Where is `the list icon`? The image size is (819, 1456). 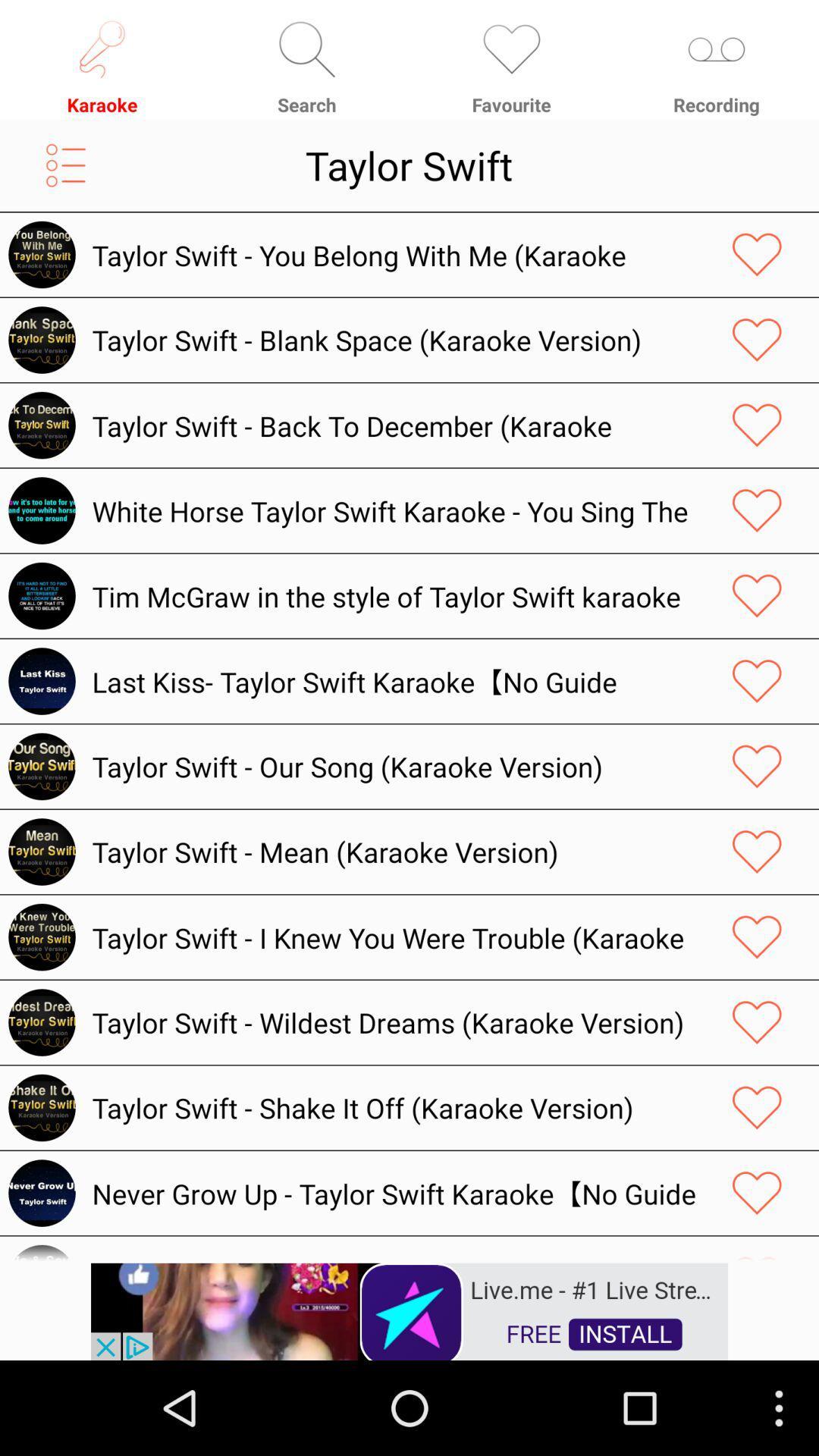
the list icon is located at coordinates (65, 177).